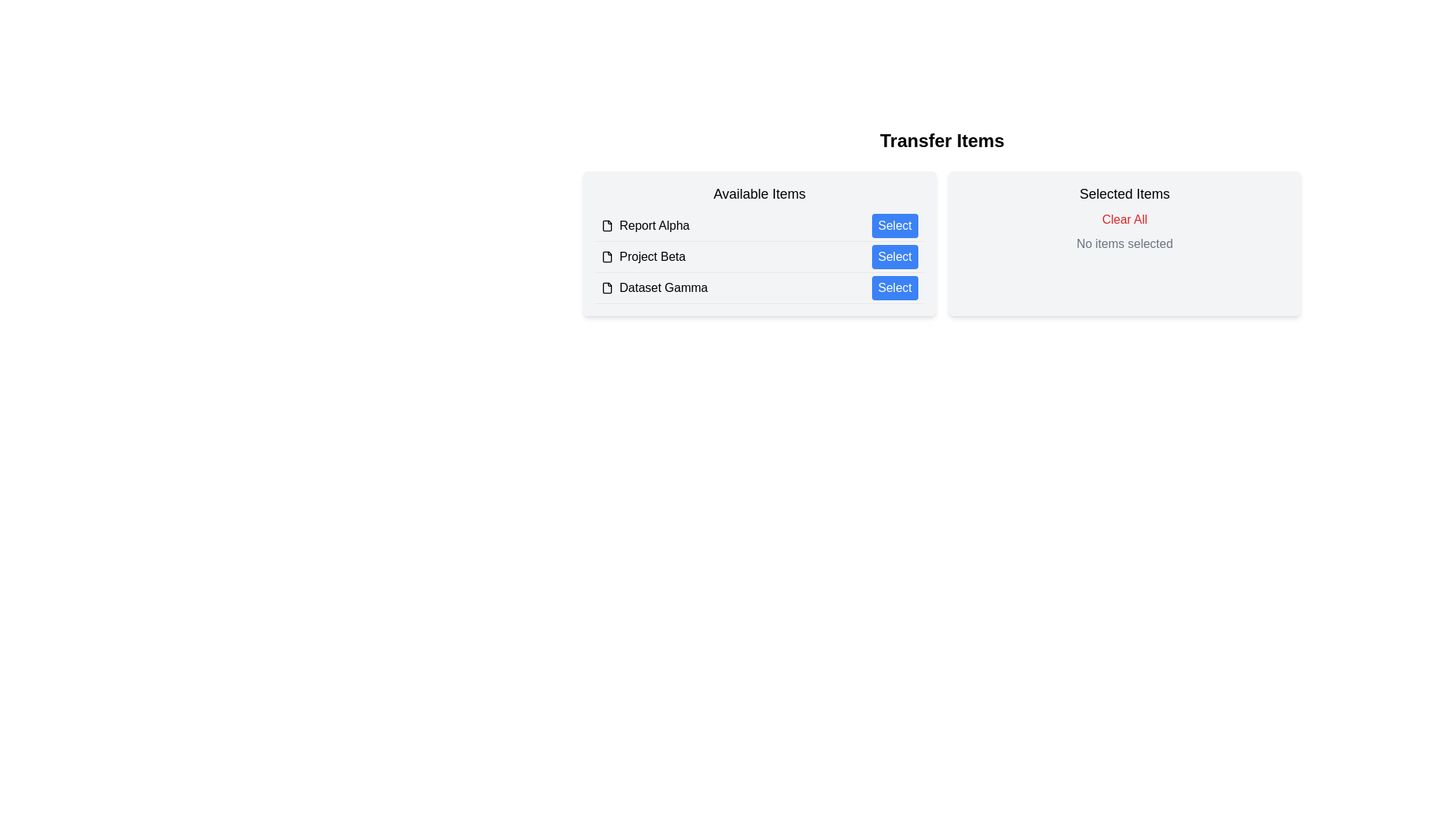 This screenshot has height=819, width=1456. What do you see at coordinates (664, 288) in the screenshot?
I see `the text label displaying 'Dataset Gamma', which is located in the third row of the 'Available Items' section, below 'Report Alpha' and 'Project Beta', and to the left of the blue button labeled 'Select'` at bounding box center [664, 288].